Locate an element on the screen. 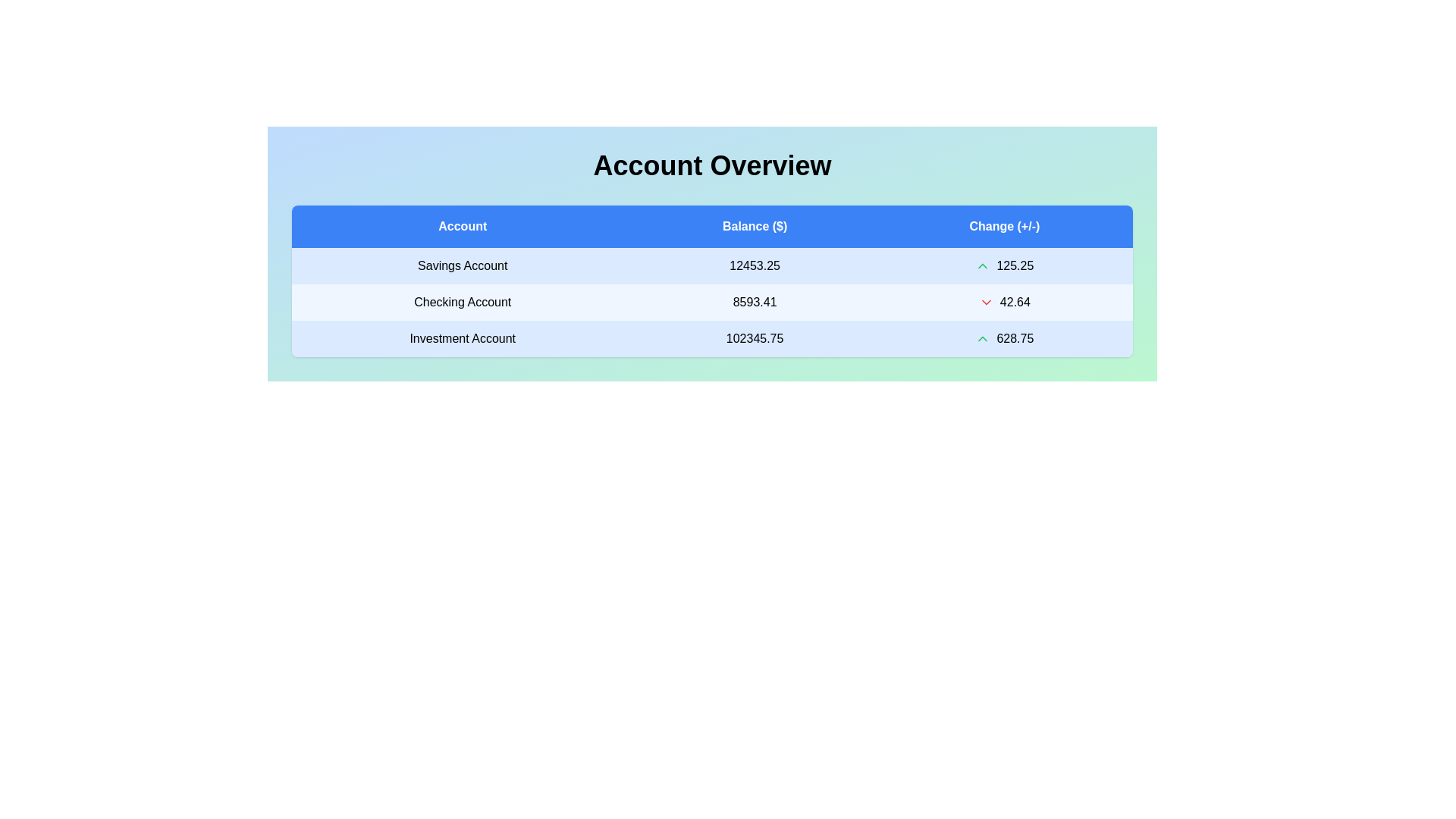 The image size is (1456, 819). the row corresponding to Savings Account to view its details is located at coordinates (462, 265).